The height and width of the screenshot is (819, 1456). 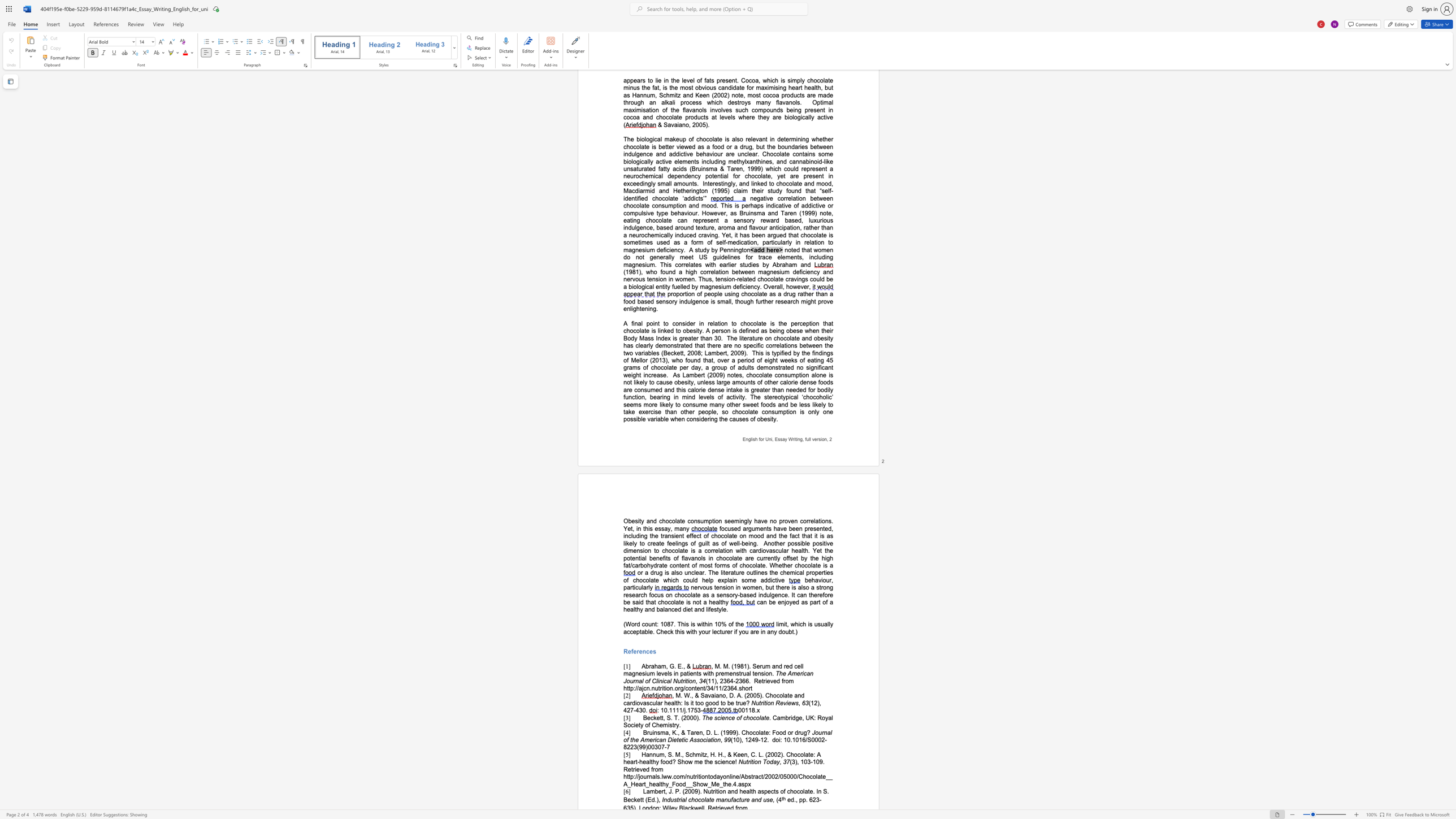 I want to click on the subset text "., &" within the text "Abraham, G. E., &", so click(x=681, y=666).